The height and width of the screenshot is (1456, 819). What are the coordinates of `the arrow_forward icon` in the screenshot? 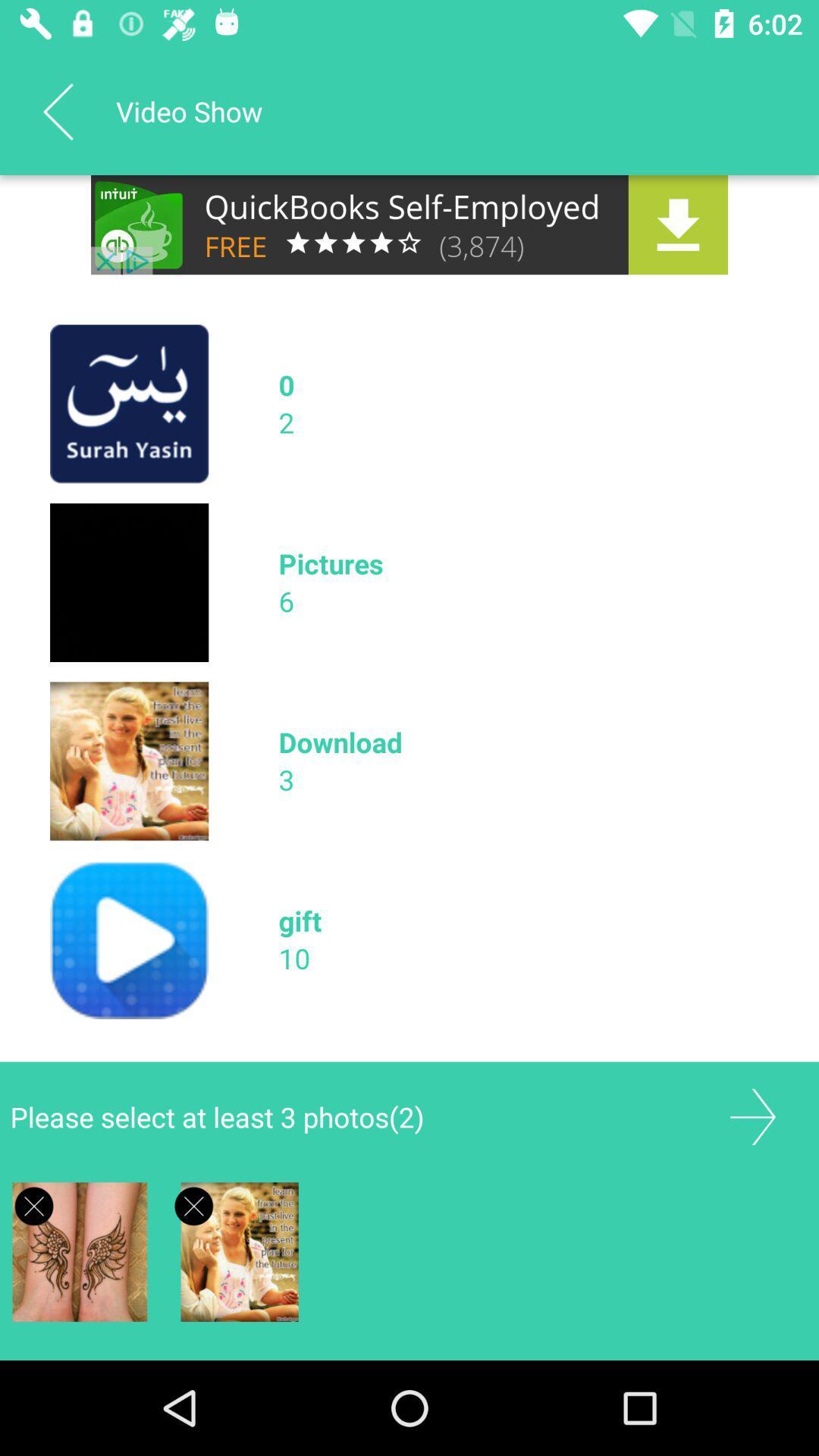 It's located at (752, 1117).